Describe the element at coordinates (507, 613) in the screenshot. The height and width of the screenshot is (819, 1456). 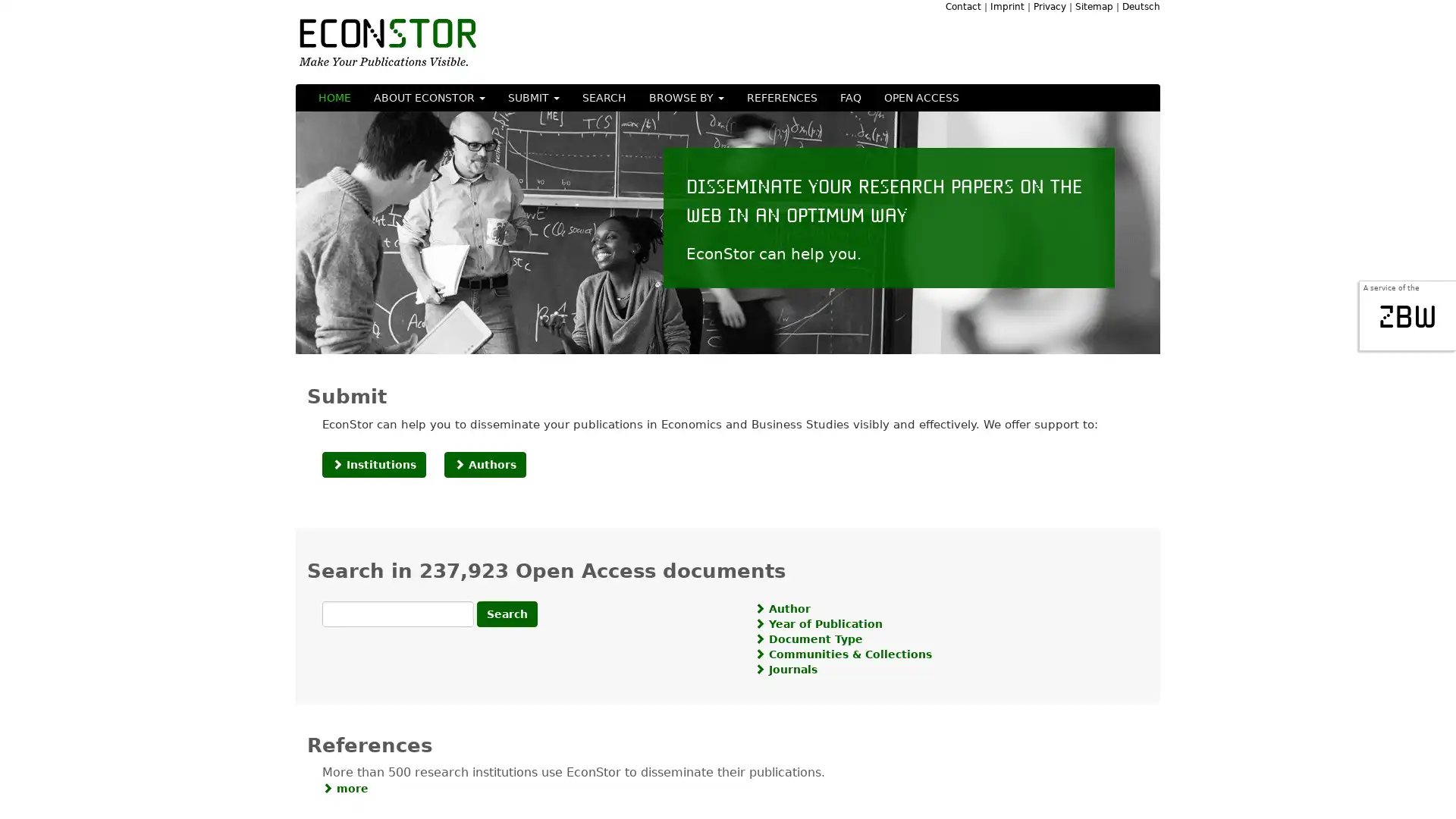
I see `Search` at that location.